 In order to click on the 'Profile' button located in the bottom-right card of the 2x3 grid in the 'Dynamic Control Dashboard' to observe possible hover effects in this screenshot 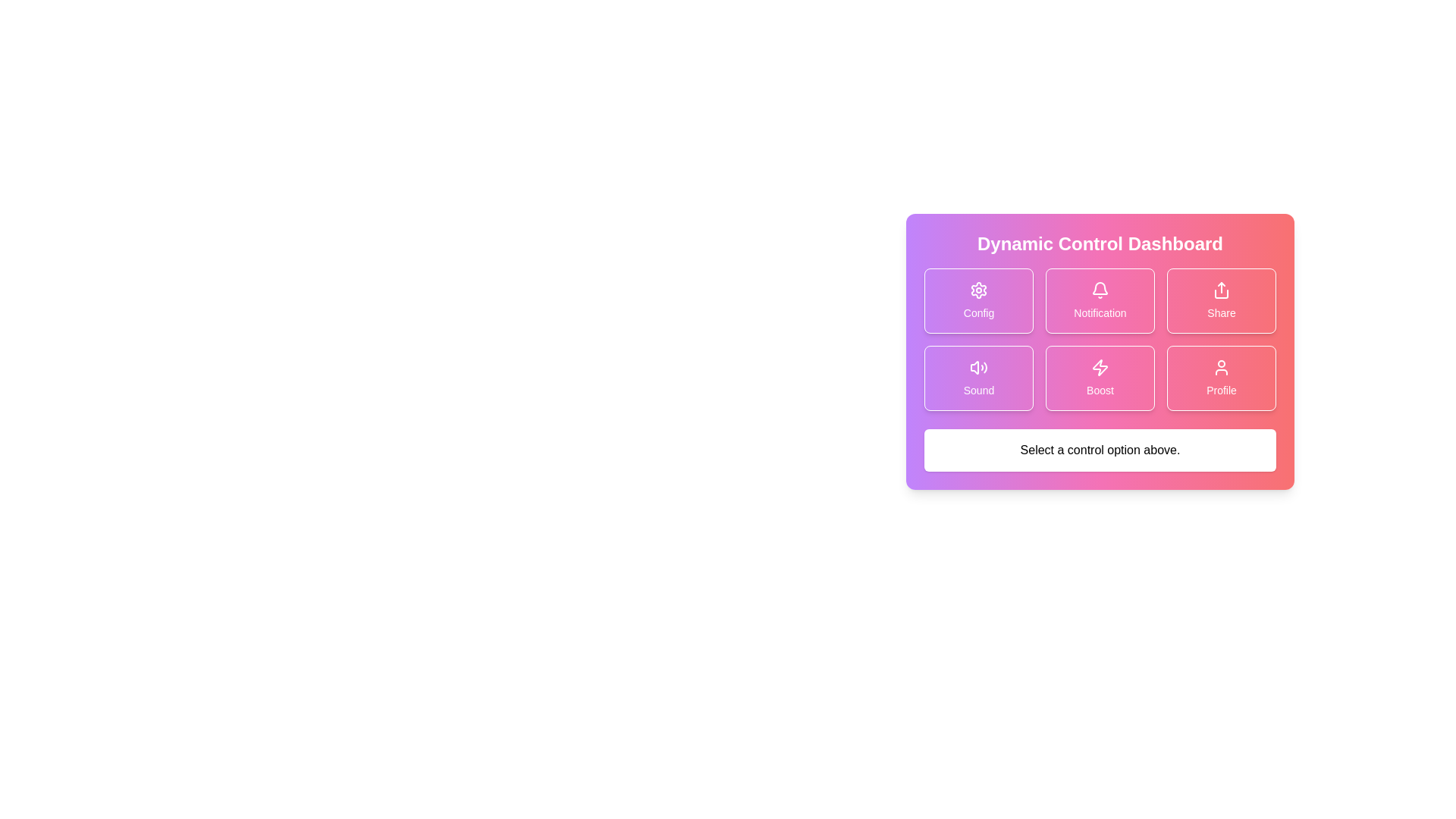, I will do `click(1222, 377)`.